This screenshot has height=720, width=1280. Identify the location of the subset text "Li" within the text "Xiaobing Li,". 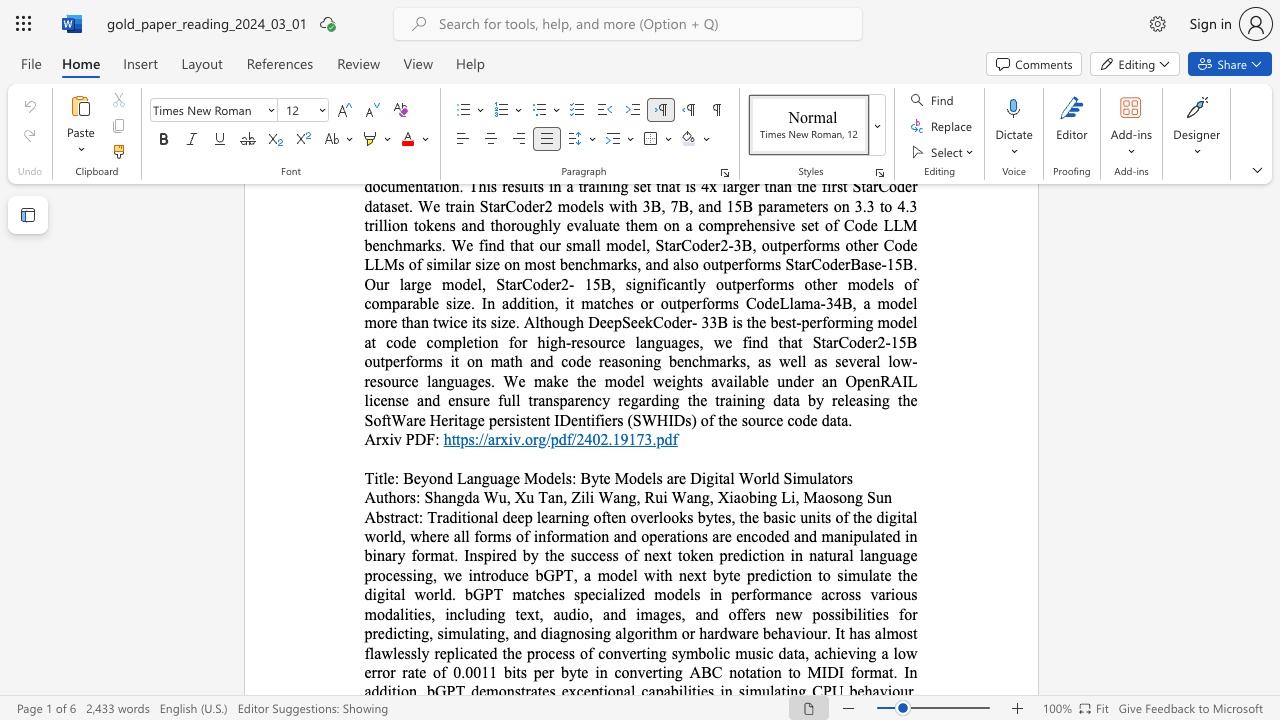
(780, 496).